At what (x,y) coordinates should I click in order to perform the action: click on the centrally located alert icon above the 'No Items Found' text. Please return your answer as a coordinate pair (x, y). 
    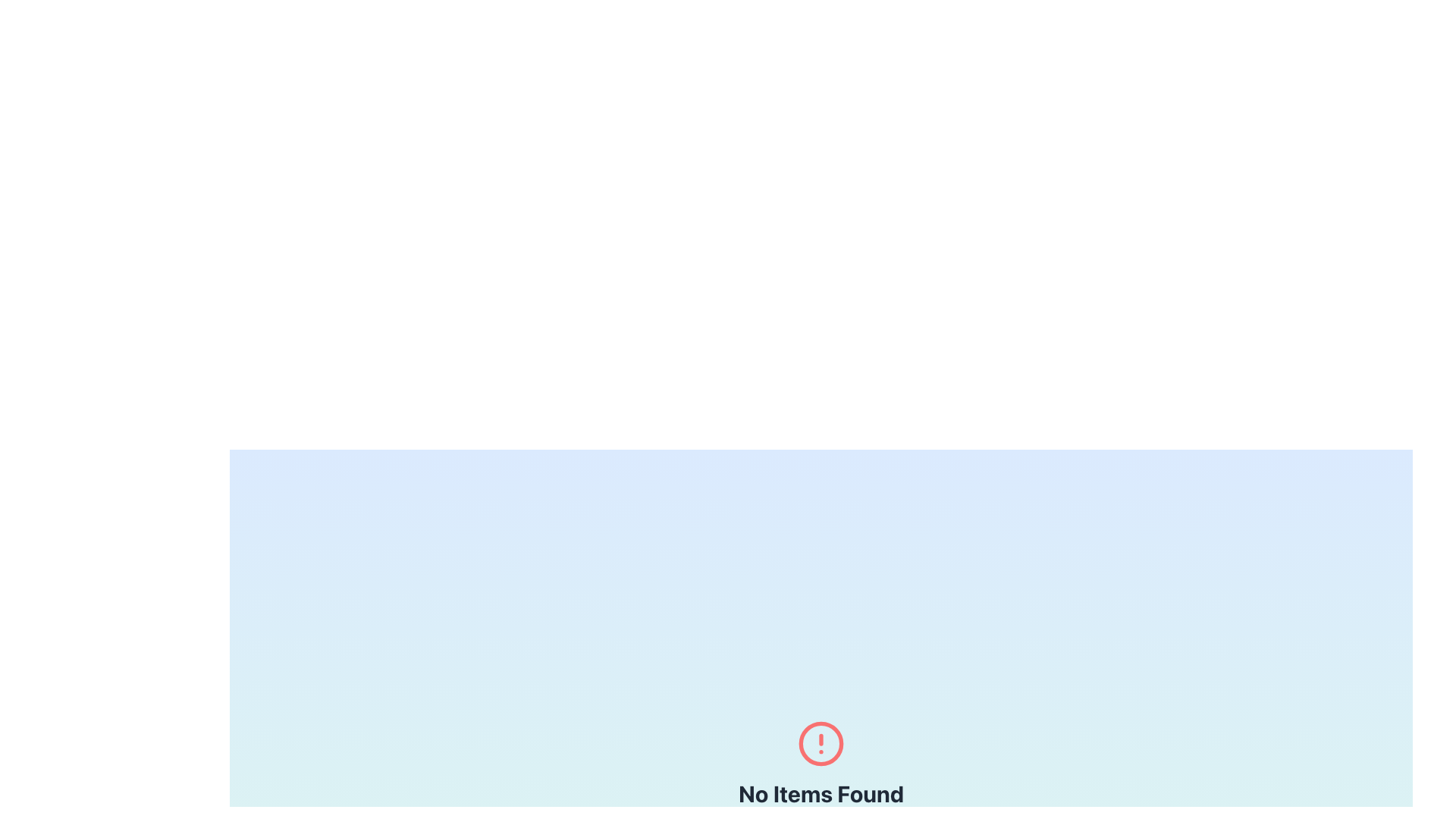
    Looking at the image, I should click on (821, 742).